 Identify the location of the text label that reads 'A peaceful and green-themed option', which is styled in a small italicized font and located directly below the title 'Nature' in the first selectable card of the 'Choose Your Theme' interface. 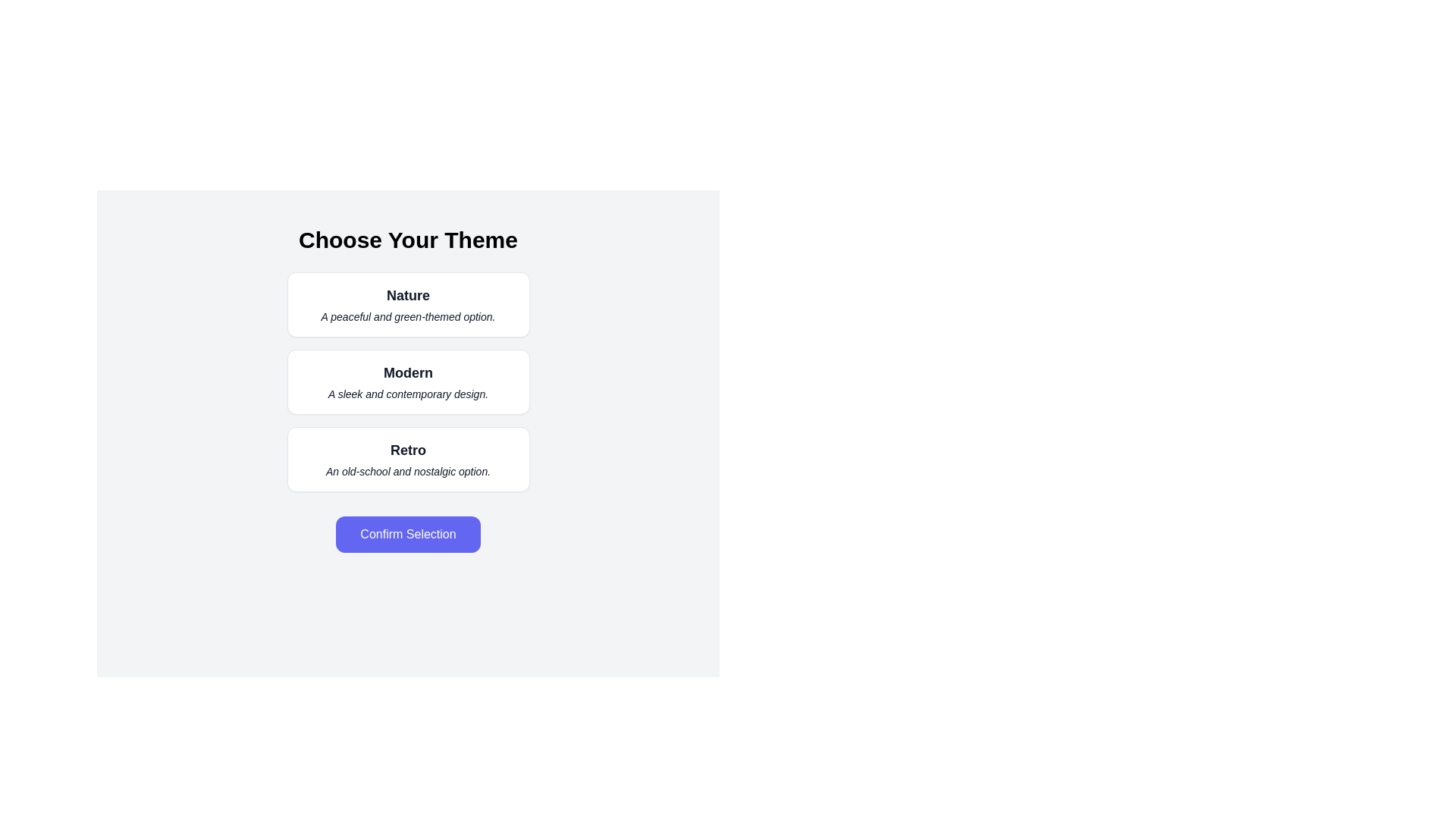
(408, 315).